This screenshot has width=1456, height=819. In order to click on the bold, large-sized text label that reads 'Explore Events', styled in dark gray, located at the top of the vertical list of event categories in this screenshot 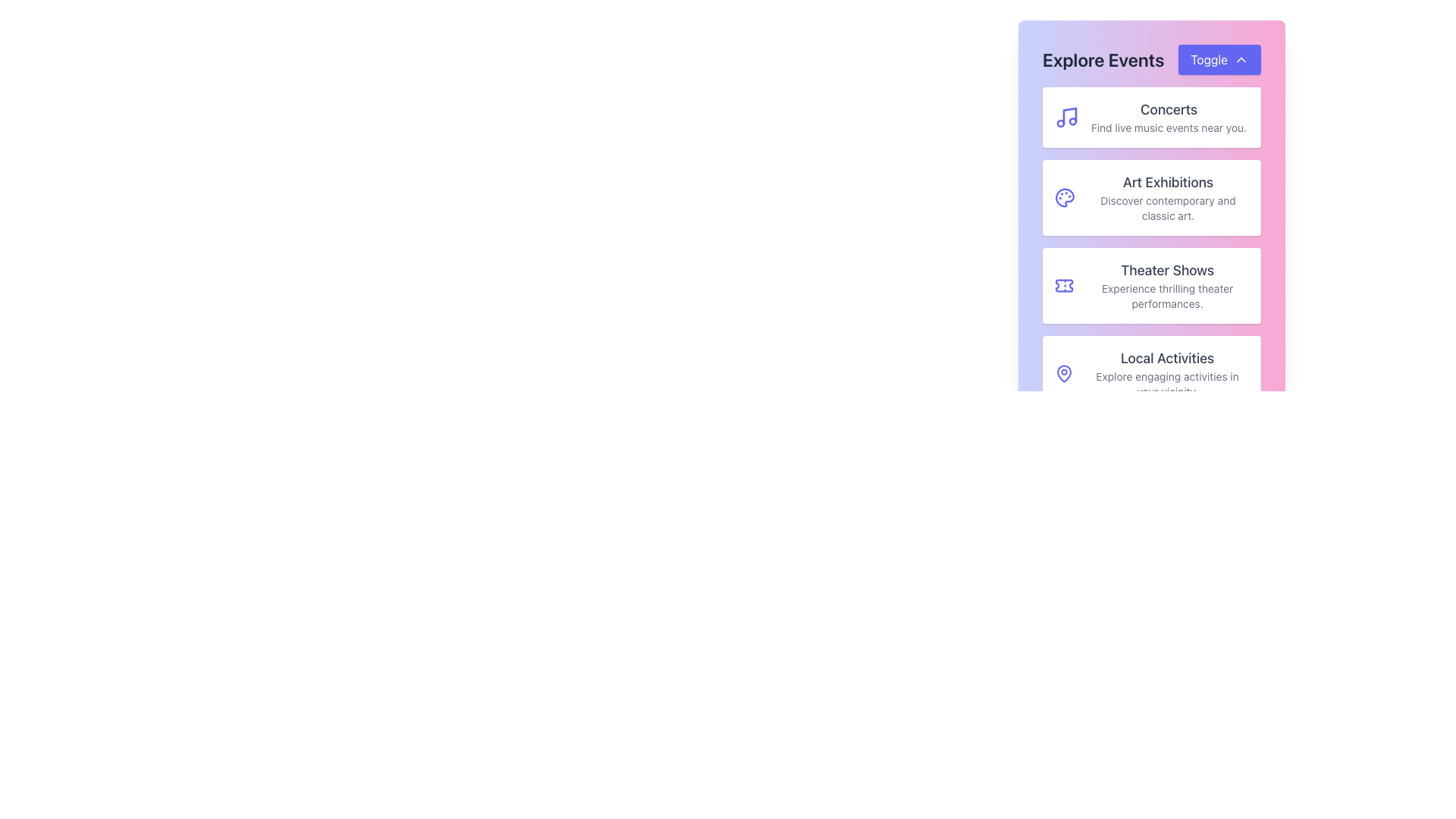, I will do `click(1103, 58)`.